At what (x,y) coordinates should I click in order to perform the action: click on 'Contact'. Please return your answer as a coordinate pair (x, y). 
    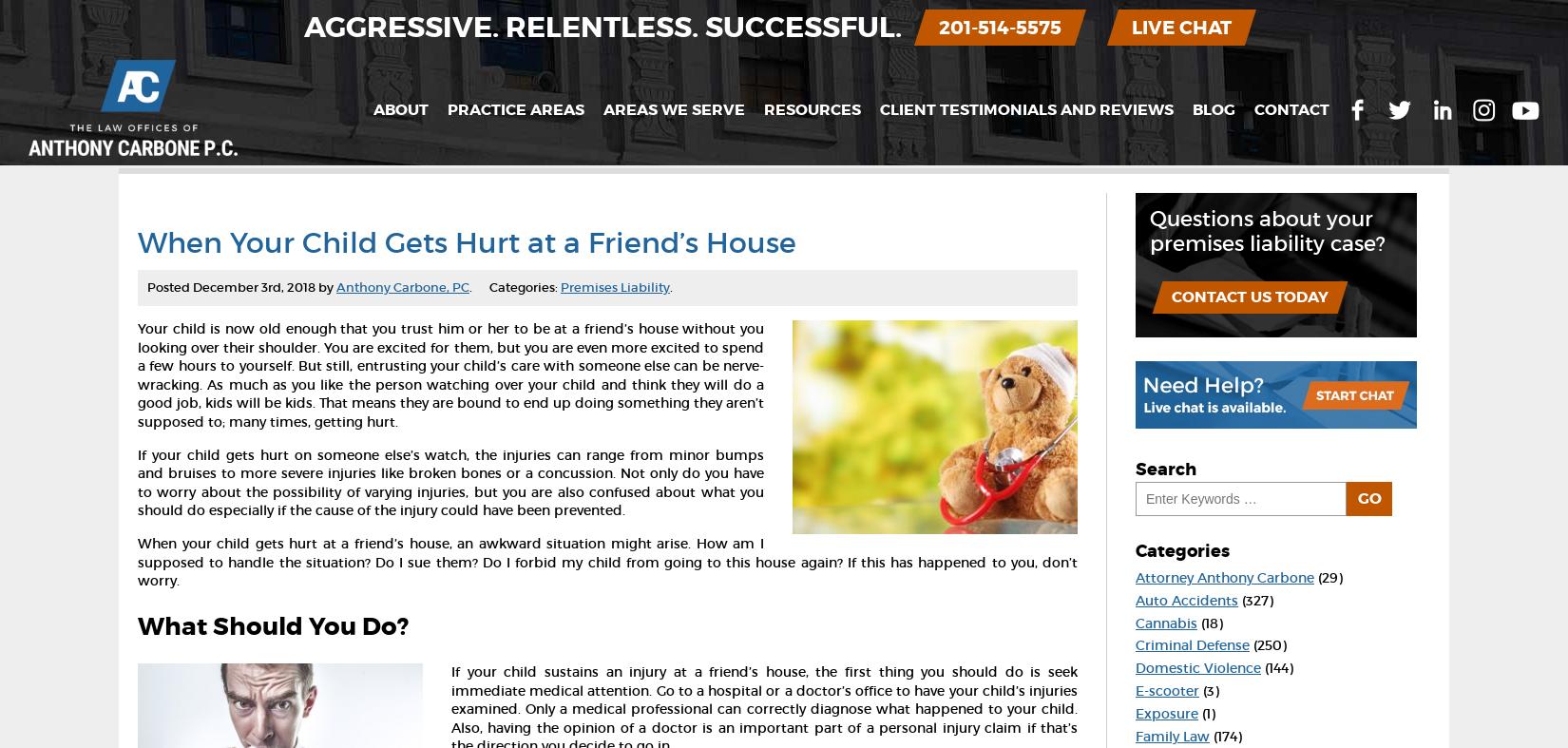
    Looking at the image, I should click on (1291, 108).